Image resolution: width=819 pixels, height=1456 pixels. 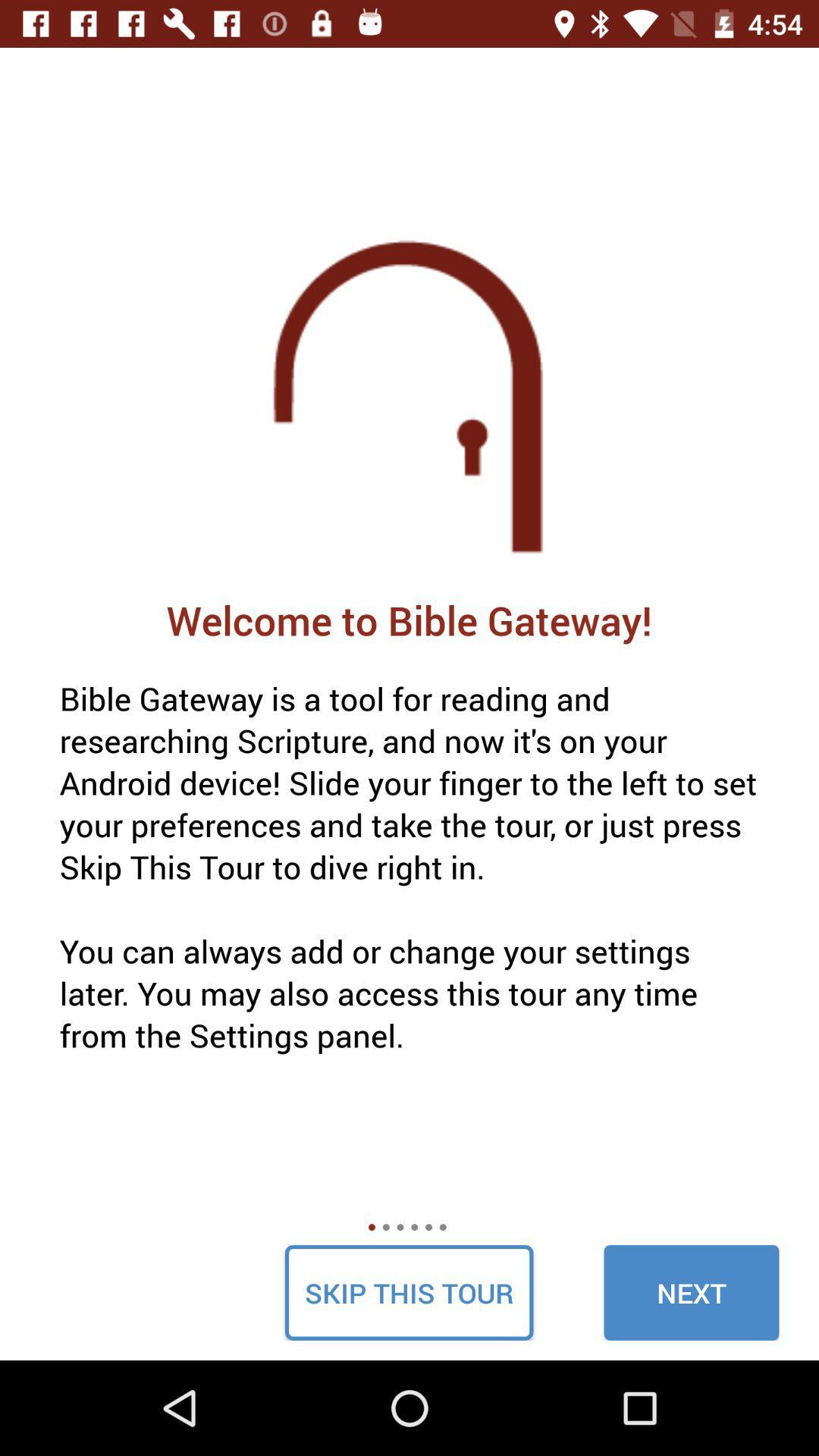 I want to click on skip this tour item, so click(x=408, y=1291).